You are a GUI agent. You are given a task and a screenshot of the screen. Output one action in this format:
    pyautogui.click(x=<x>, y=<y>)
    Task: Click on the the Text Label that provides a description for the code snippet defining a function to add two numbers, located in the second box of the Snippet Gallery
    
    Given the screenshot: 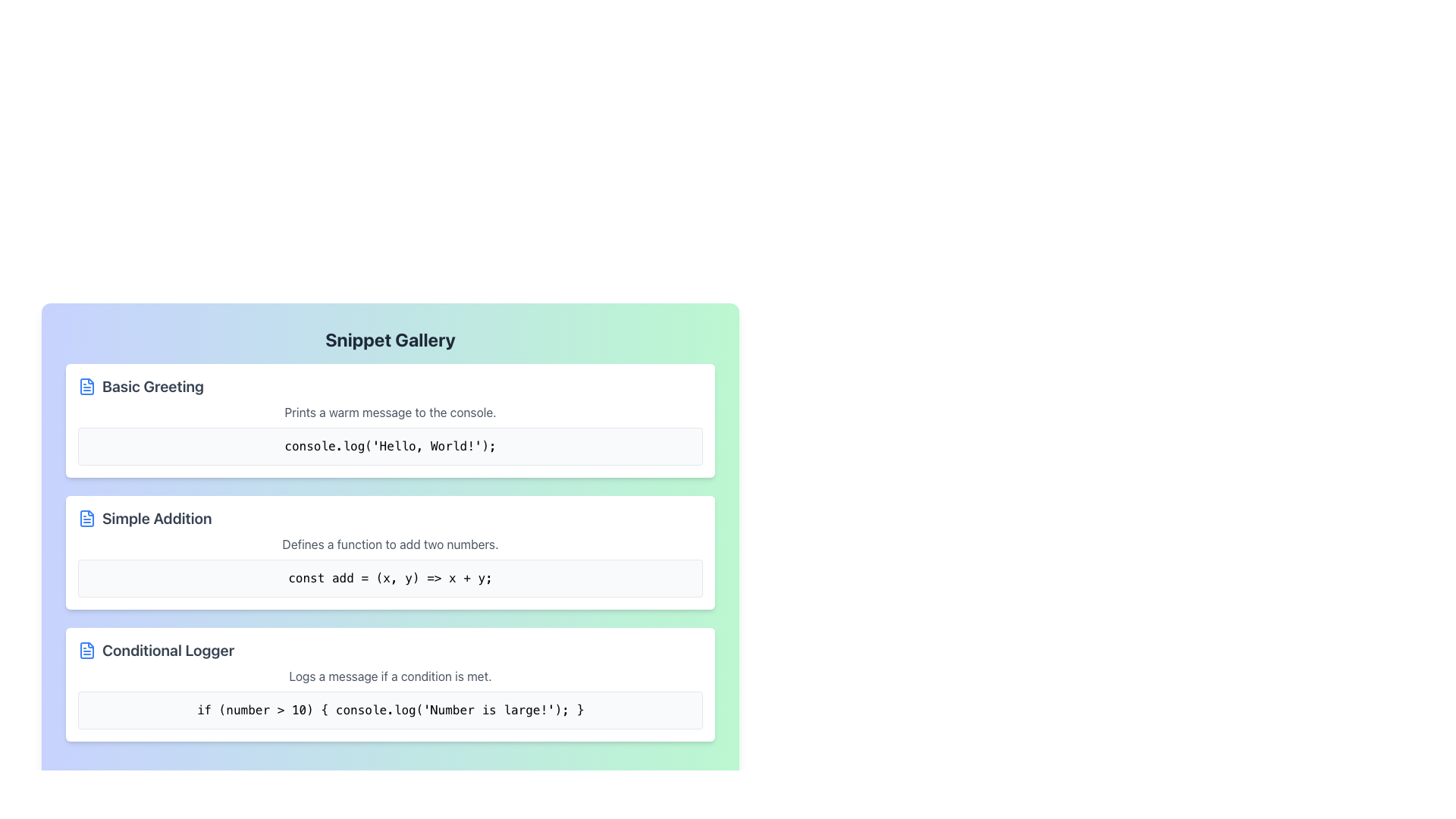 What is the action you would take?
    pyautogui.click(x=390, y=543)
    